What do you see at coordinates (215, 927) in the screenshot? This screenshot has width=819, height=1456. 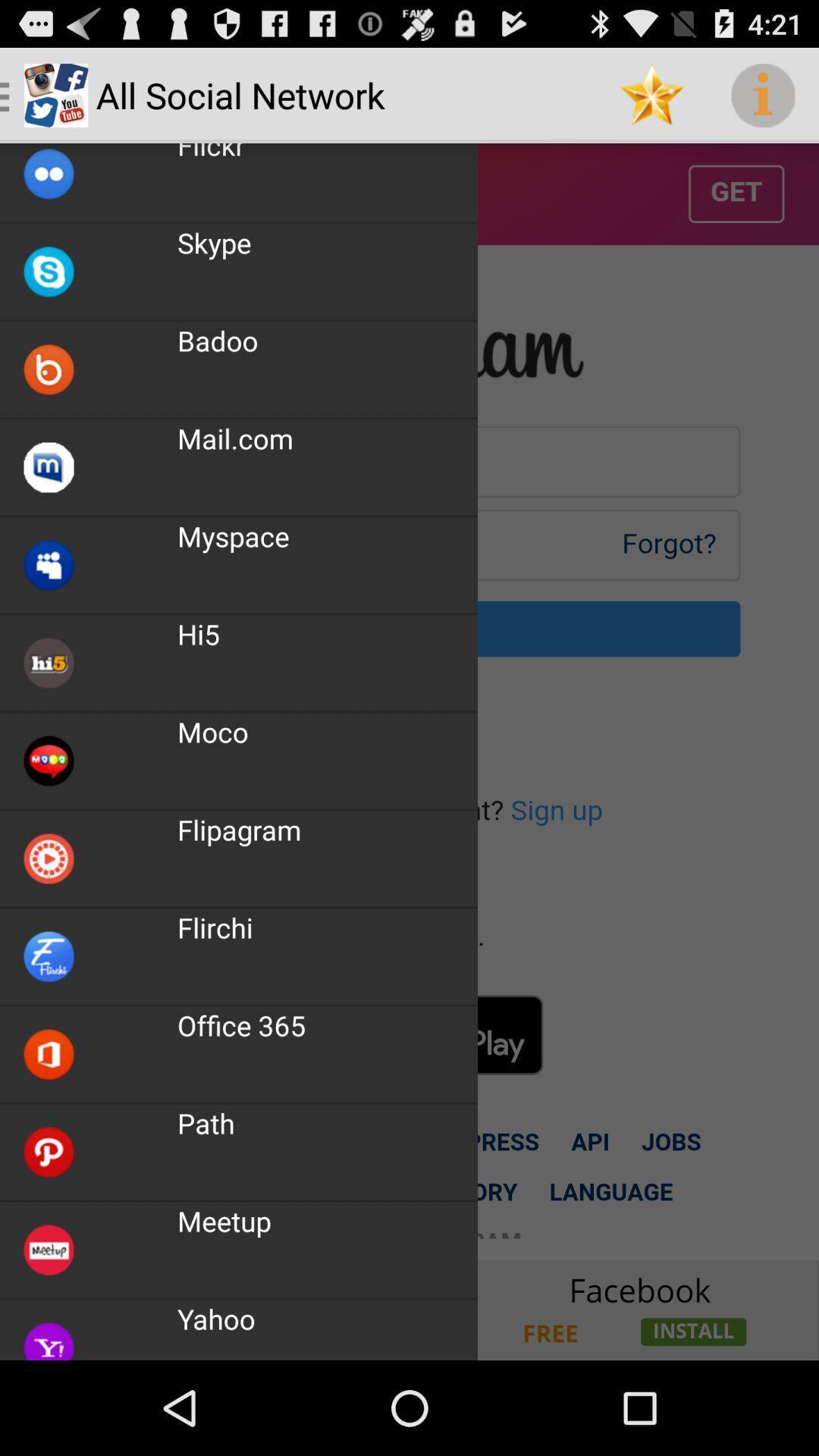 I see `item below flipagram item` at bounding box center [215, 927].